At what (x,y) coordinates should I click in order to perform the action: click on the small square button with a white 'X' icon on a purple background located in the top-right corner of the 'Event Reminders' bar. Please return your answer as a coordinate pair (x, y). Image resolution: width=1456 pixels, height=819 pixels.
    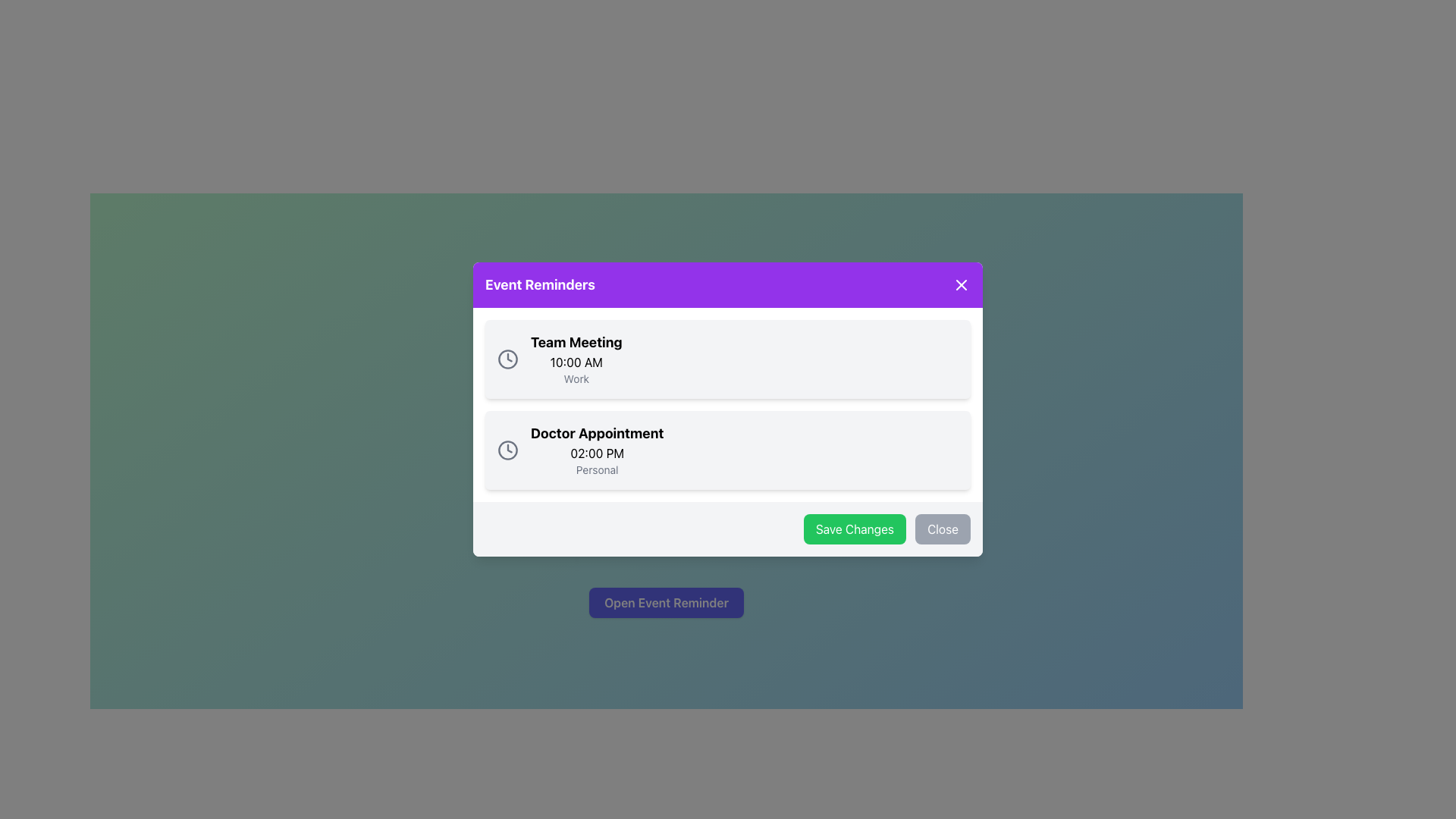
    Looking at the image, I should click on (960, 284).